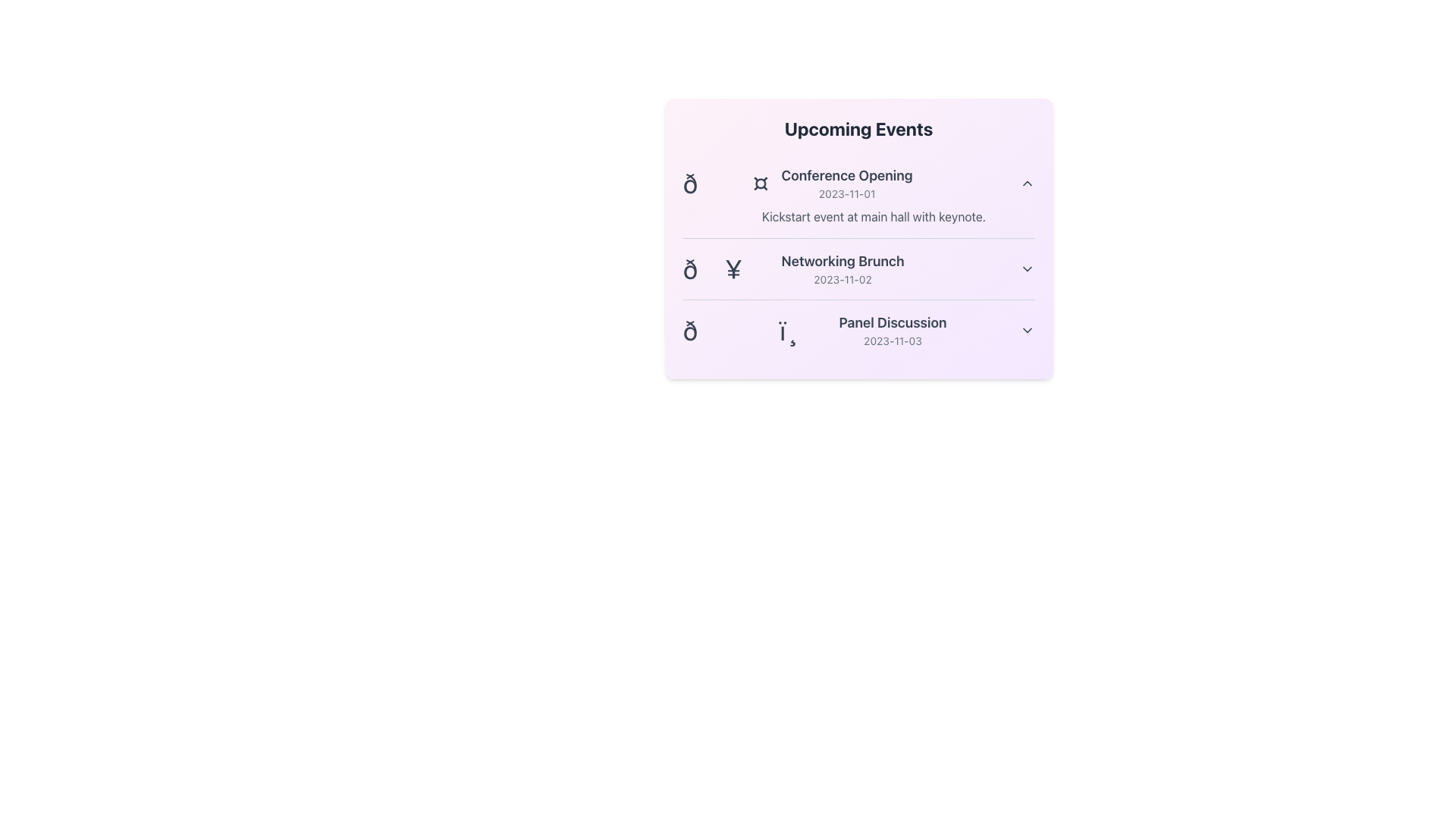  Describe the element at coordinates (842, 268) in the screenshot. I see `the 'Networking Brunch' informational entry, which is the second item in the 'Upcoming Events' panel, located between 'Conference Opening' and 'Panel Discussion'` at that location.